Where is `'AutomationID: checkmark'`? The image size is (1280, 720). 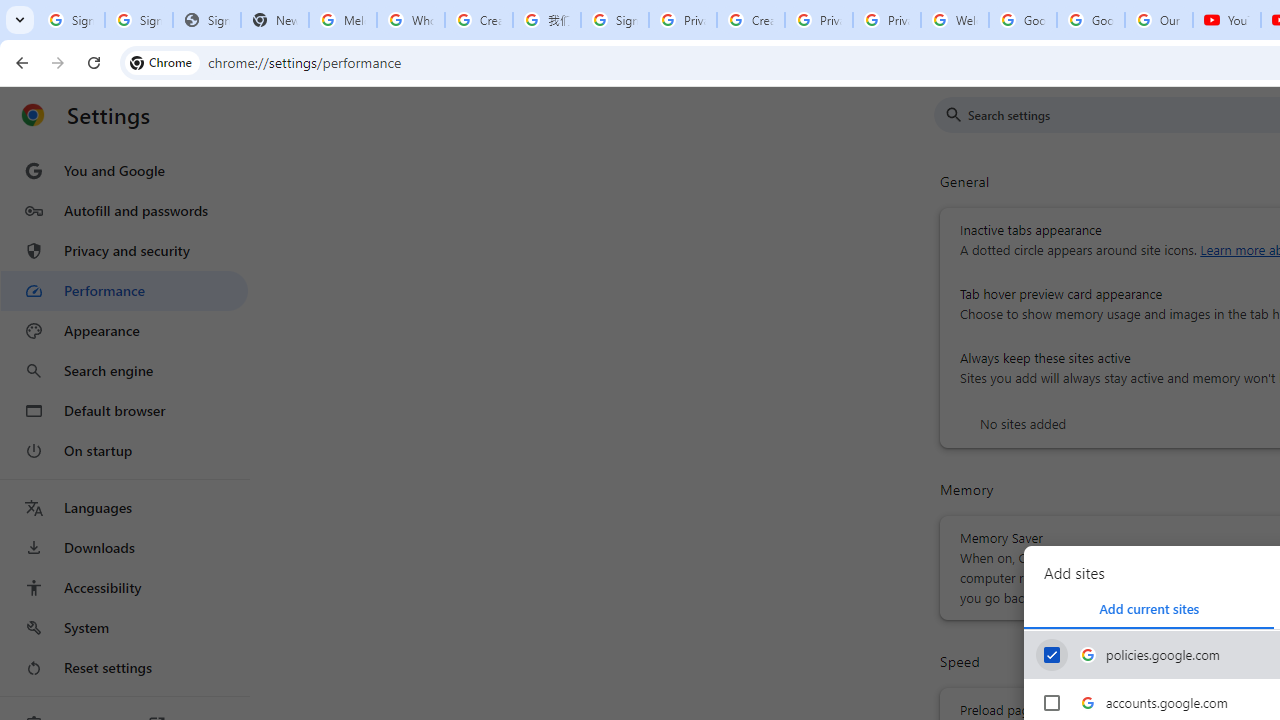 'AutomationID: checkmark' is located at coordinates (1051, 654).